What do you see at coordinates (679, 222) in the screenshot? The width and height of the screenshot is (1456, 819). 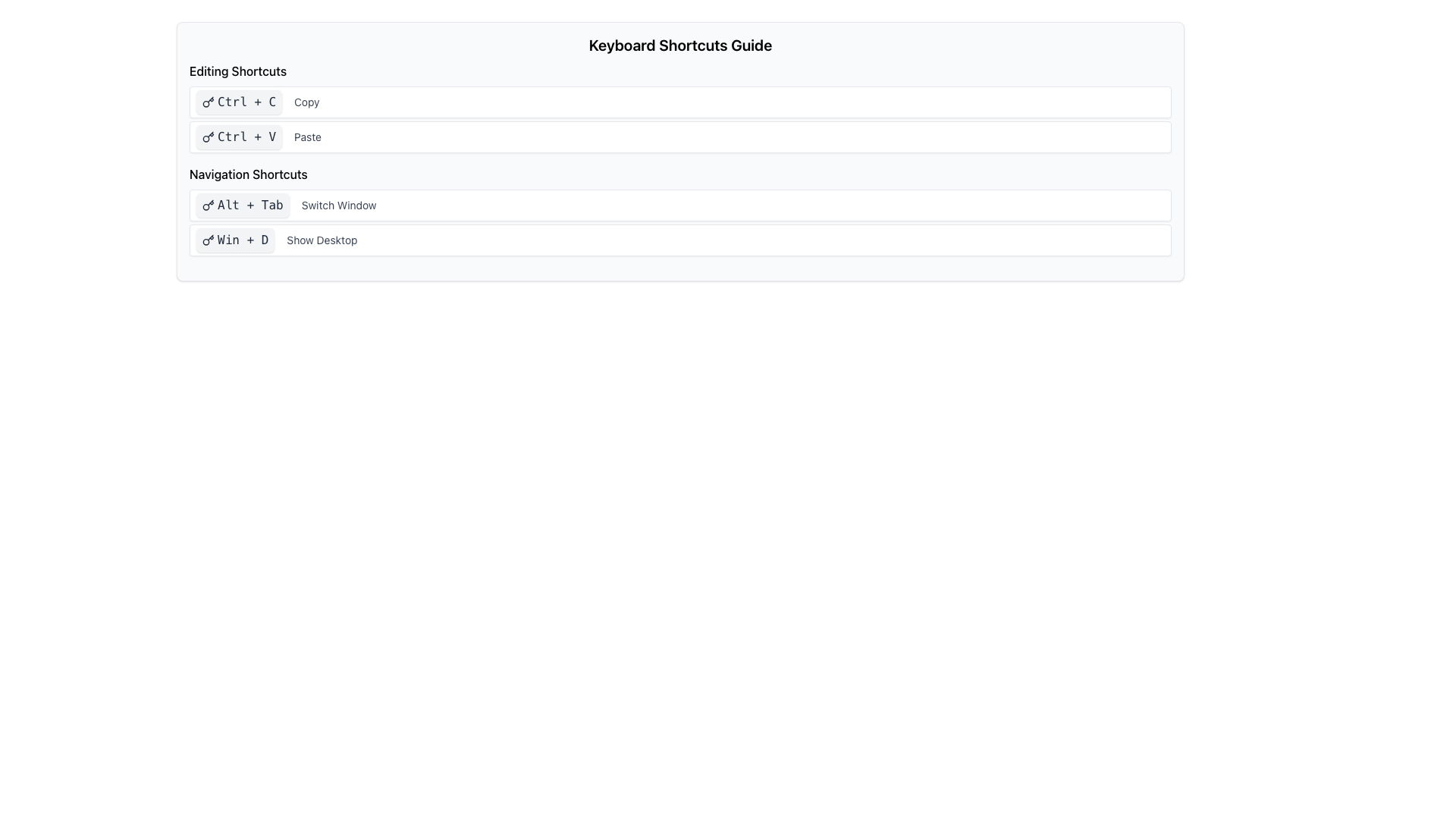 I see `the Text Block element that provides instructions on keyboard shortcuts, located below the 'Navigation Shortcuts' header` at bounding box center [679, 222].